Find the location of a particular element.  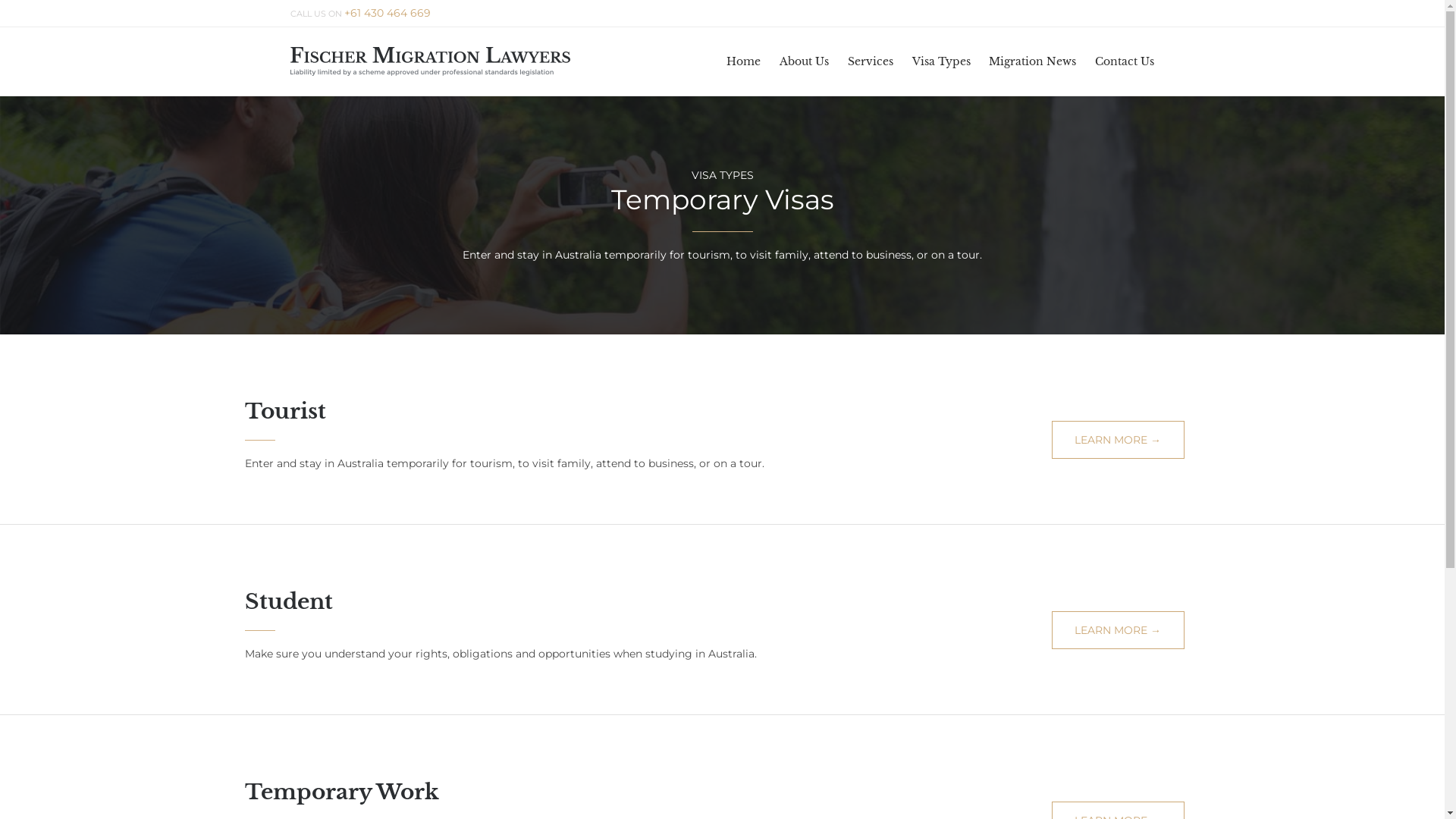

'About Us' is located at coordinates (803, 61).